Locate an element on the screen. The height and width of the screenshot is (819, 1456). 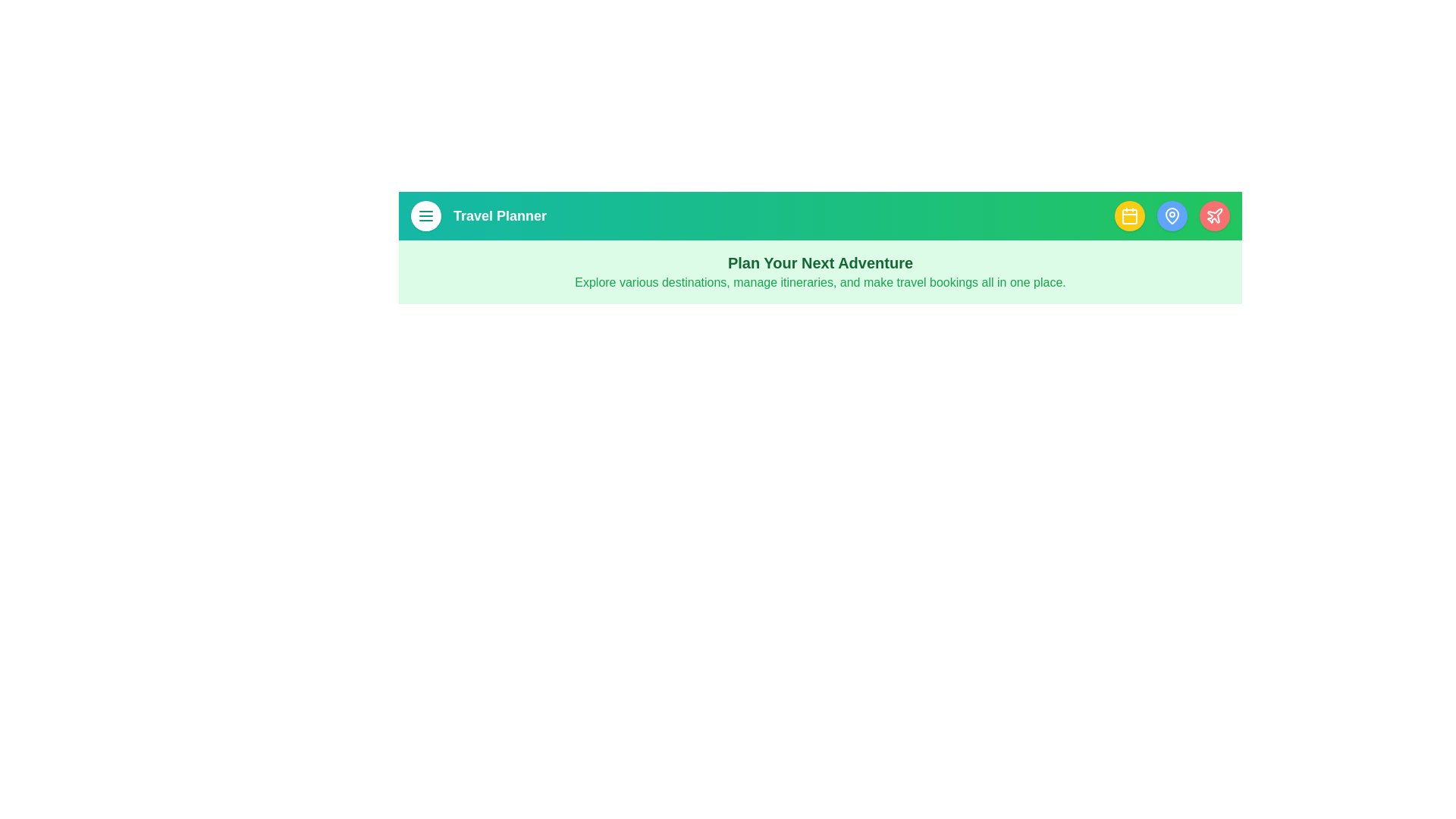
the flights button to book a flight is located at coordinates (1215, 216).